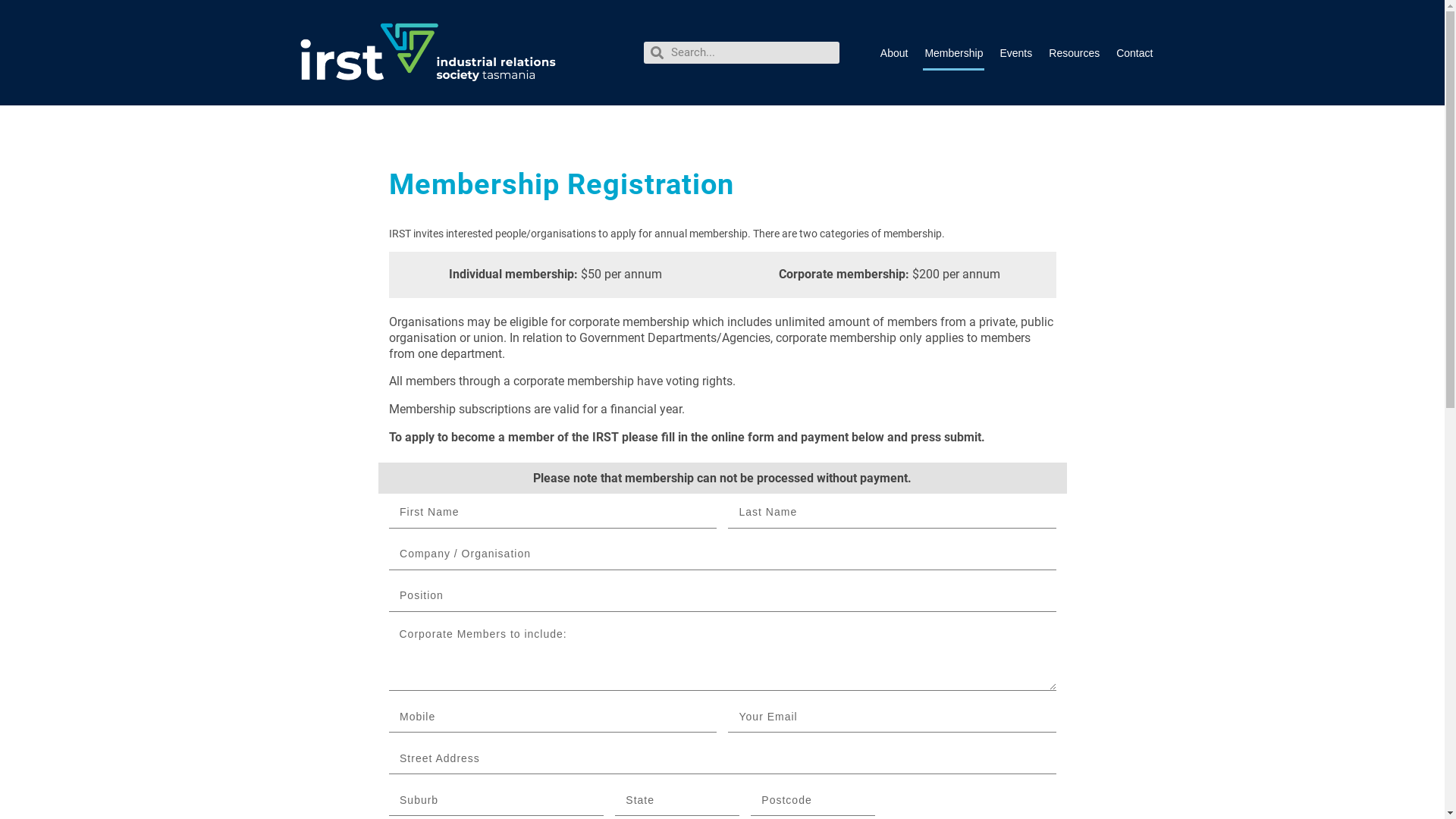  What do you see at coordinates (1073, 52) in the screenshot?
I see `'Resources'` at bounding box center [1073, 52].